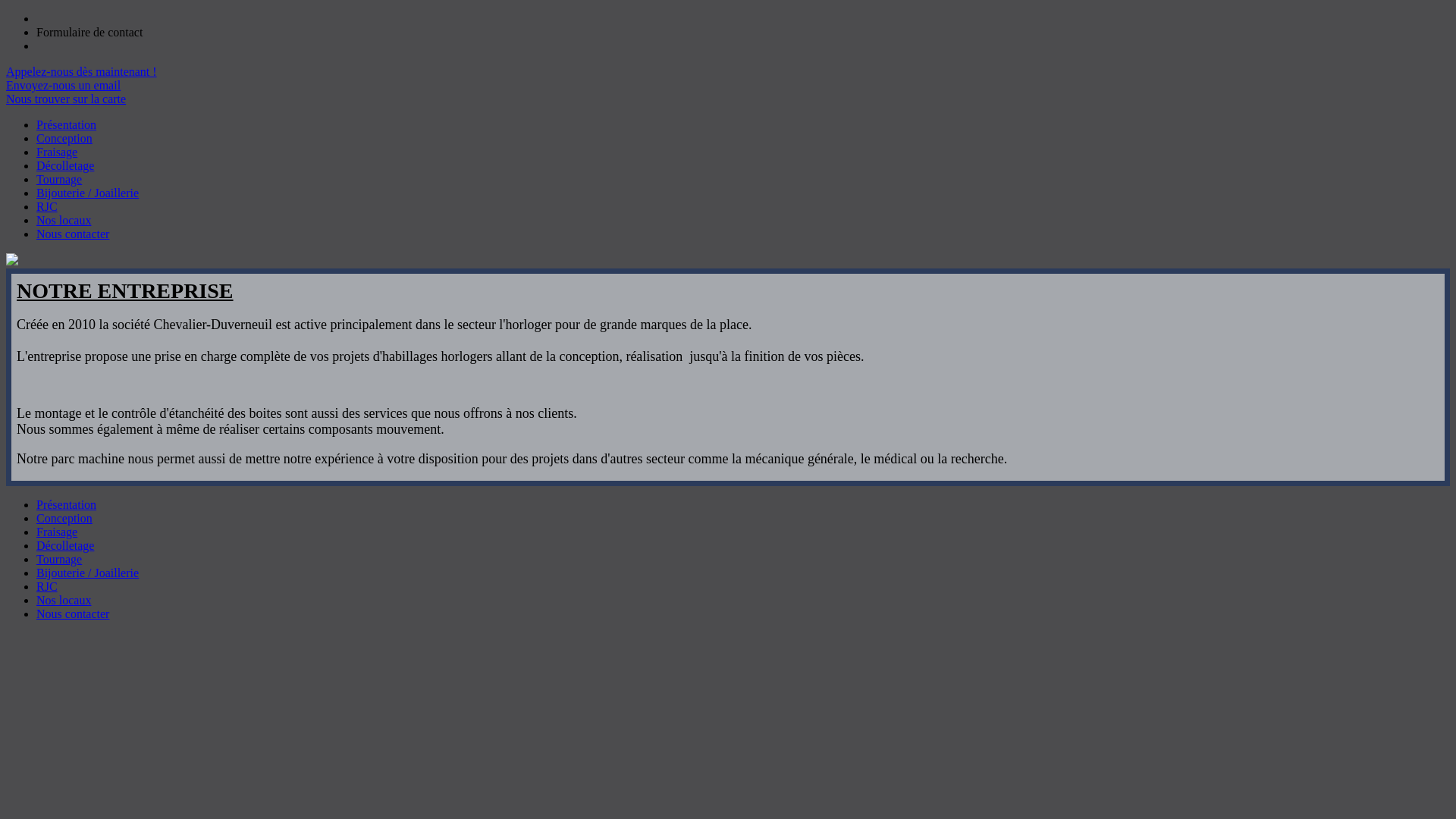 The height and width of the screenshot is (819, 1456). What do you see at coordinates (58, 559) in the screenshot?
I see `'Tournage'` at bounding box center [58, 559].